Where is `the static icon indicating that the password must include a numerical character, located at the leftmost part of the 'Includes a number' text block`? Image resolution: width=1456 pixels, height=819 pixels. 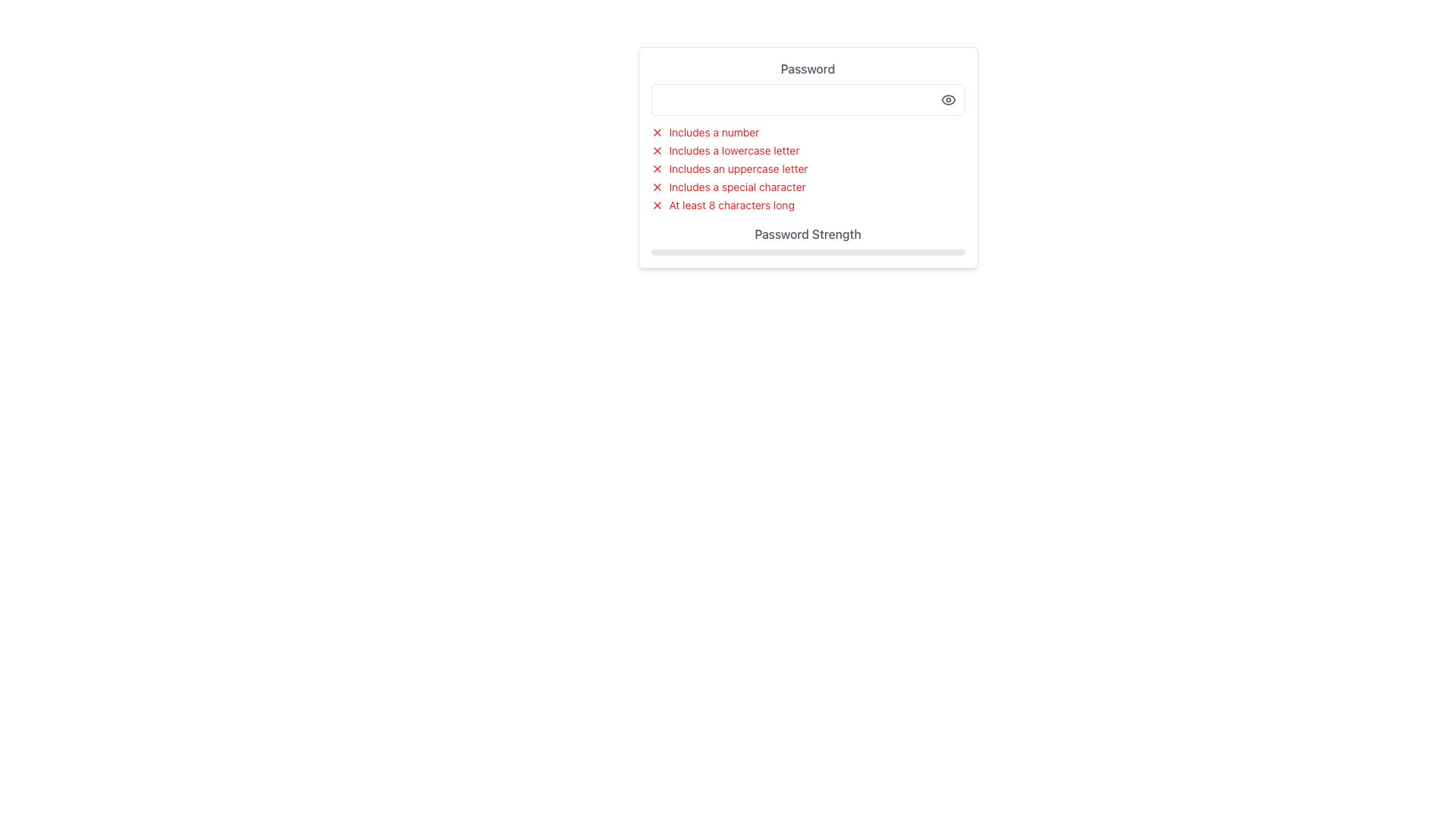
the static icon indicating that the password must include a numerical character, located at the leftmost part of the 'Includes a number' text block is located at coordinates (657, 131).